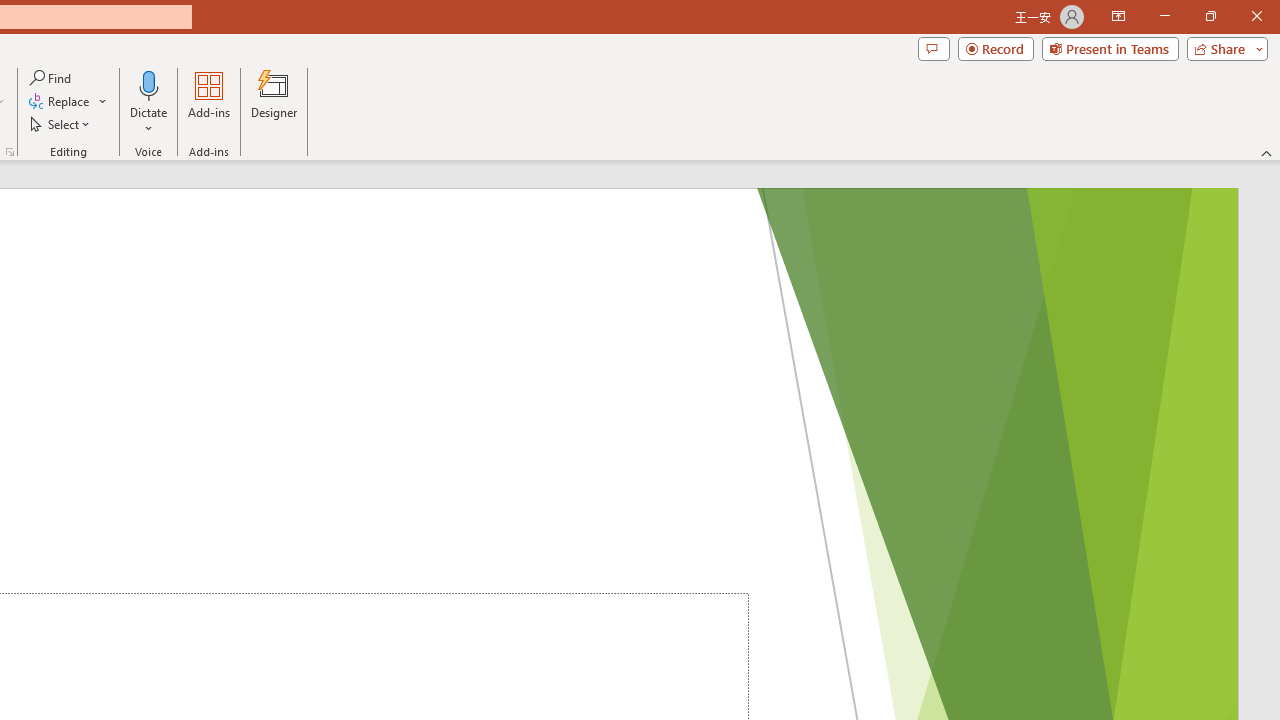  I want to click on 'Comments', so click(932, 47).